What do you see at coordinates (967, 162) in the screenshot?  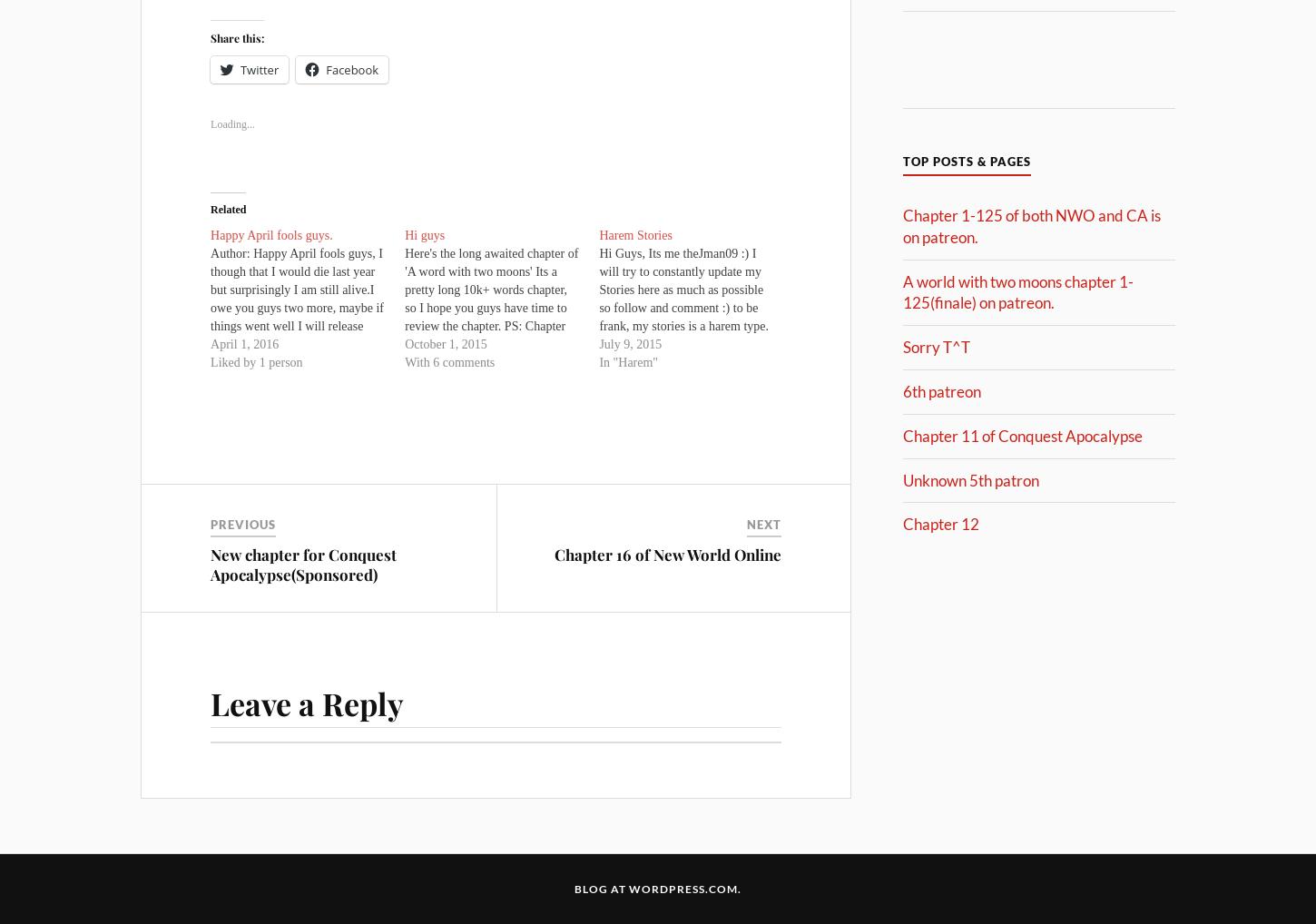 I see `'Top Posts & Pages'` at bounding box center [967, 162].